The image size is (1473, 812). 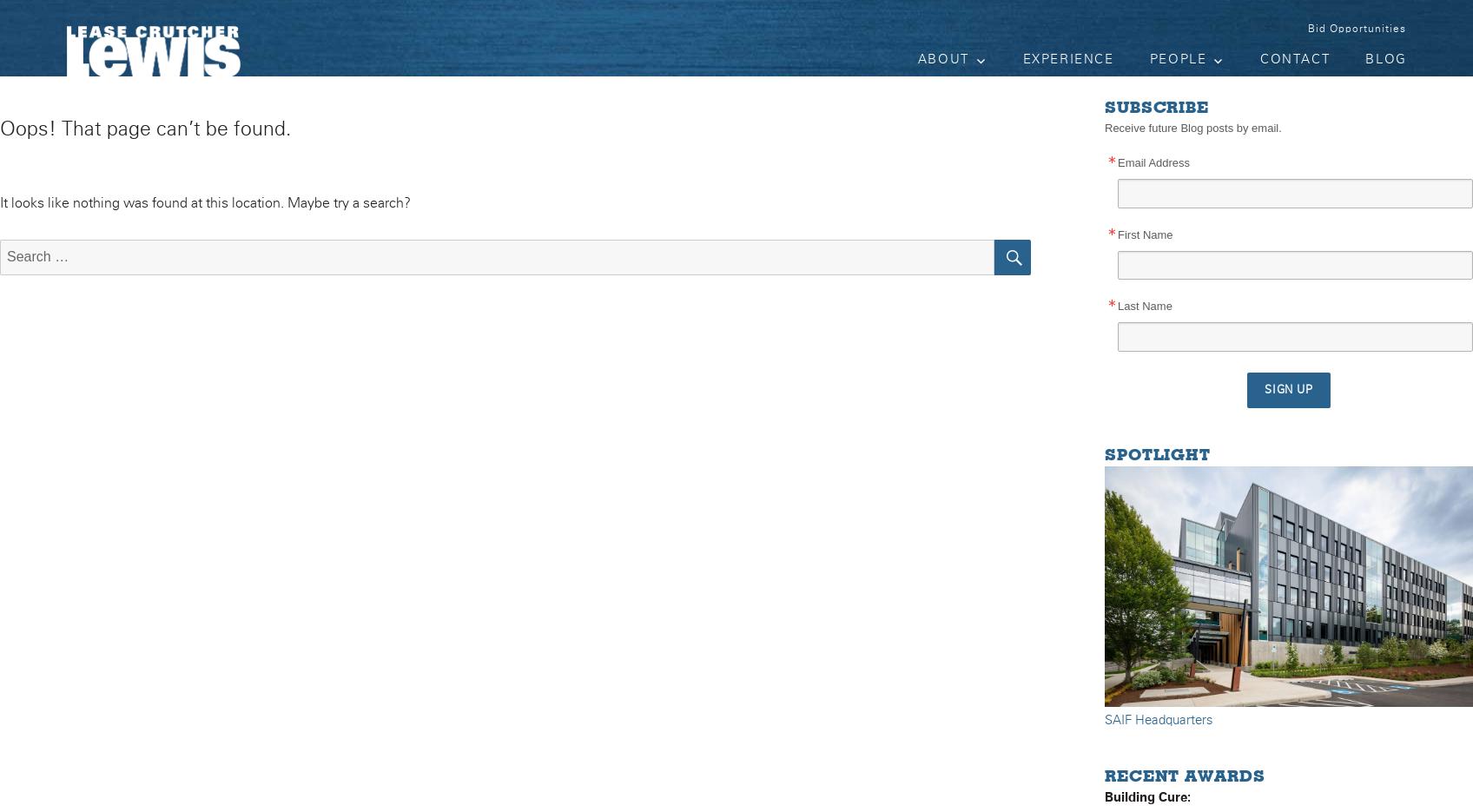 What do you see at coordinates (204, 203) in the screenshot?
I see `'It looks like nothing was found at this location. Maybe try a search?'` at bounding box center [204, 203].